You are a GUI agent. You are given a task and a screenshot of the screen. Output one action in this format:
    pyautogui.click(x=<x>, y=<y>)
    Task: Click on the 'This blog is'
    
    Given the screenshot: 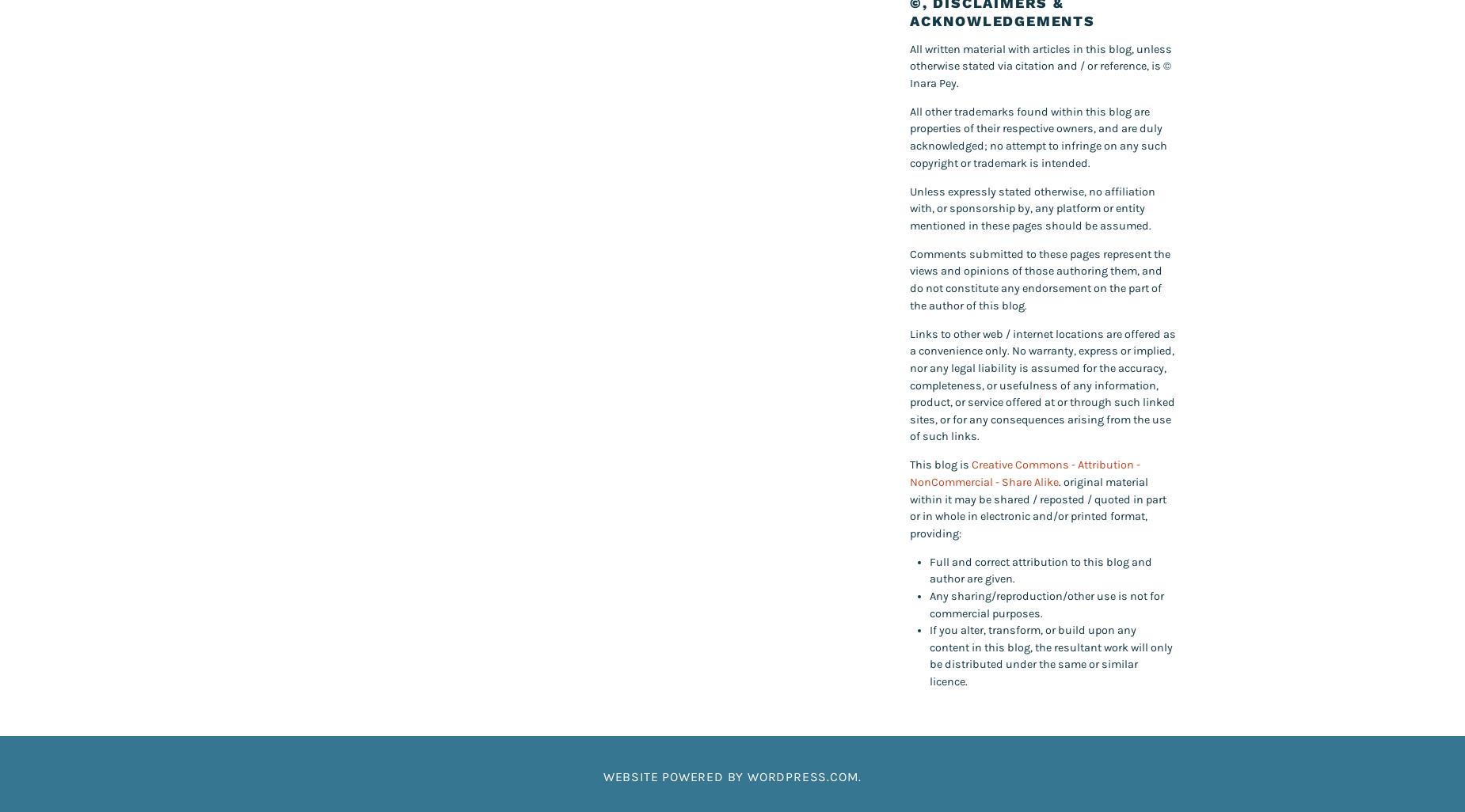 What is the action you would take?
    pyautogui.click(x=940, y=464)
    